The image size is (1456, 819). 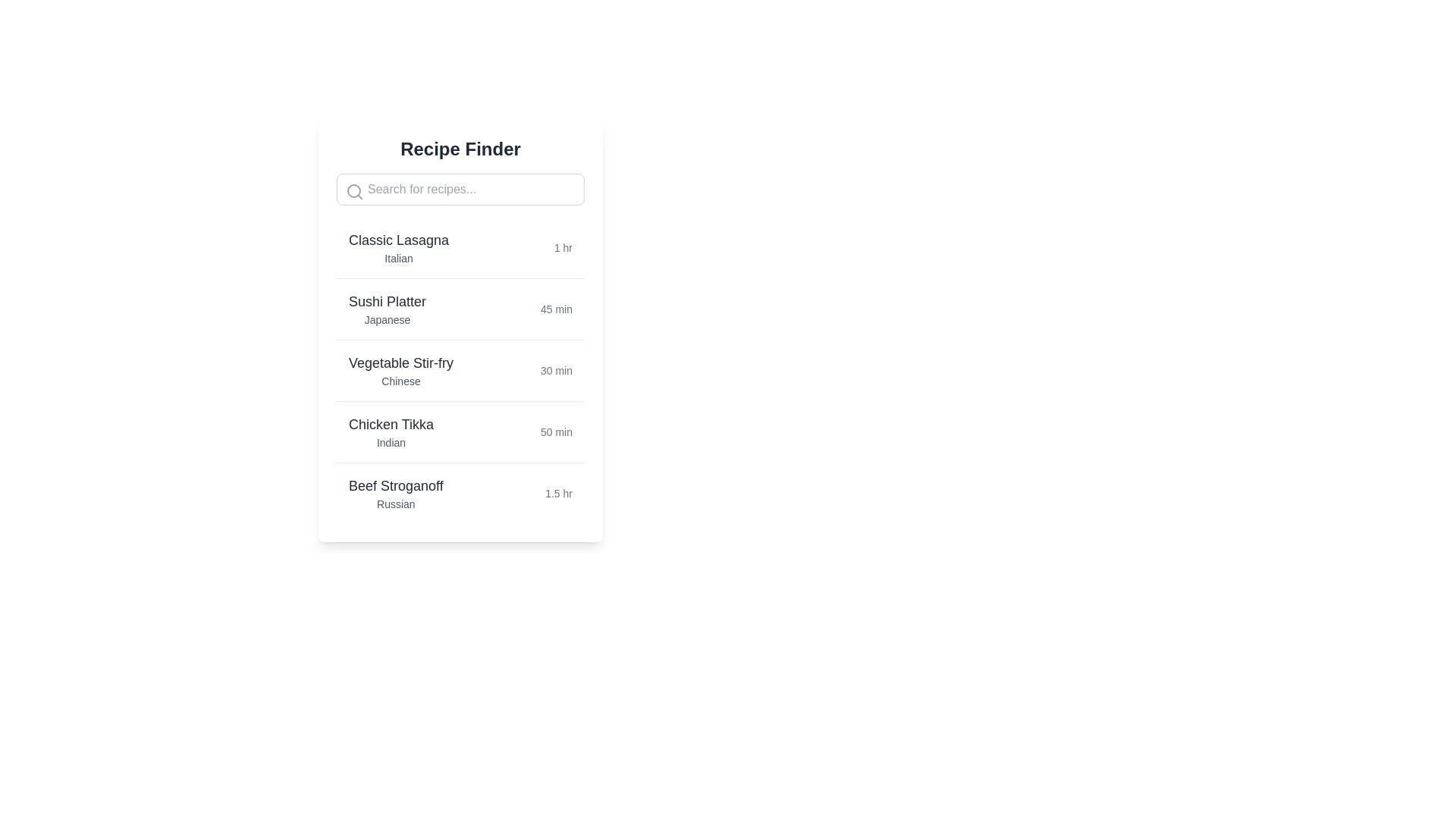 What do you see at coordinates (460, 189) in the screenshot?
I see `the rectangular text input field with a magnifying glass icon that has the placeholder text 'Search for recipes...'` at bounding box center [460, 189].